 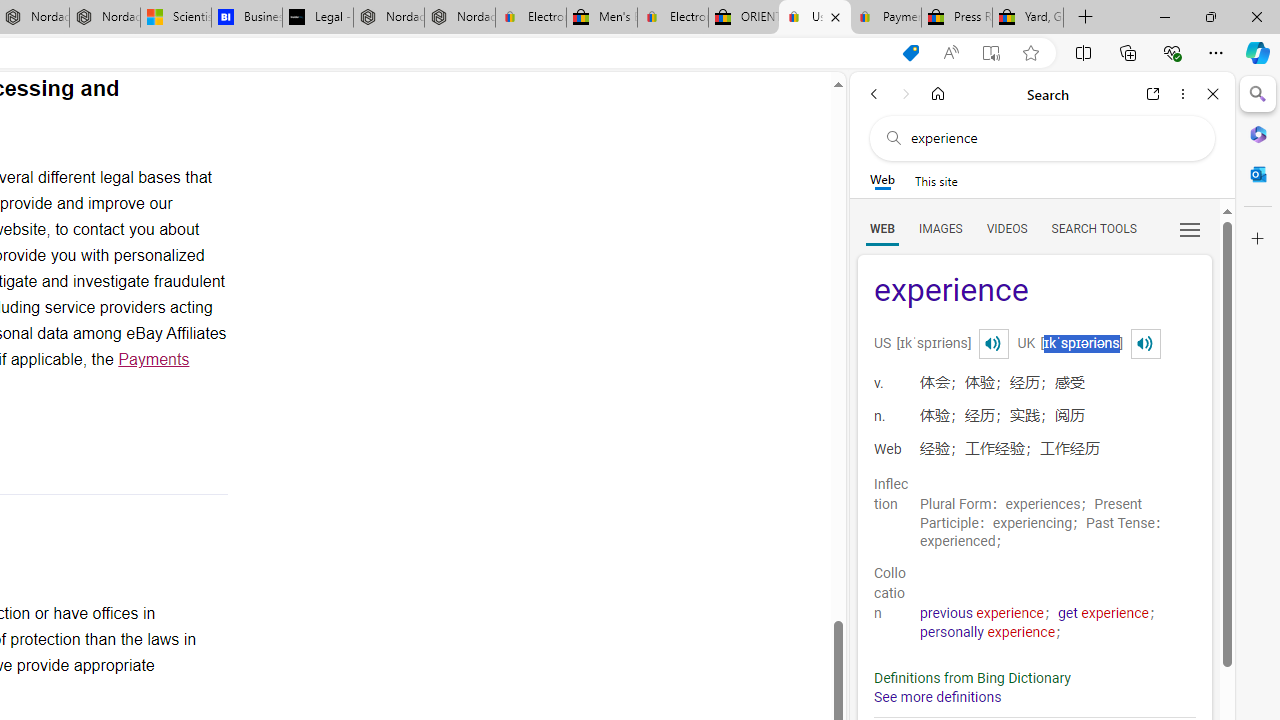 What do you see at coordinates (881, 180) in the screenshot?
I see `'Web scope'` at bounding box center [881, 180].